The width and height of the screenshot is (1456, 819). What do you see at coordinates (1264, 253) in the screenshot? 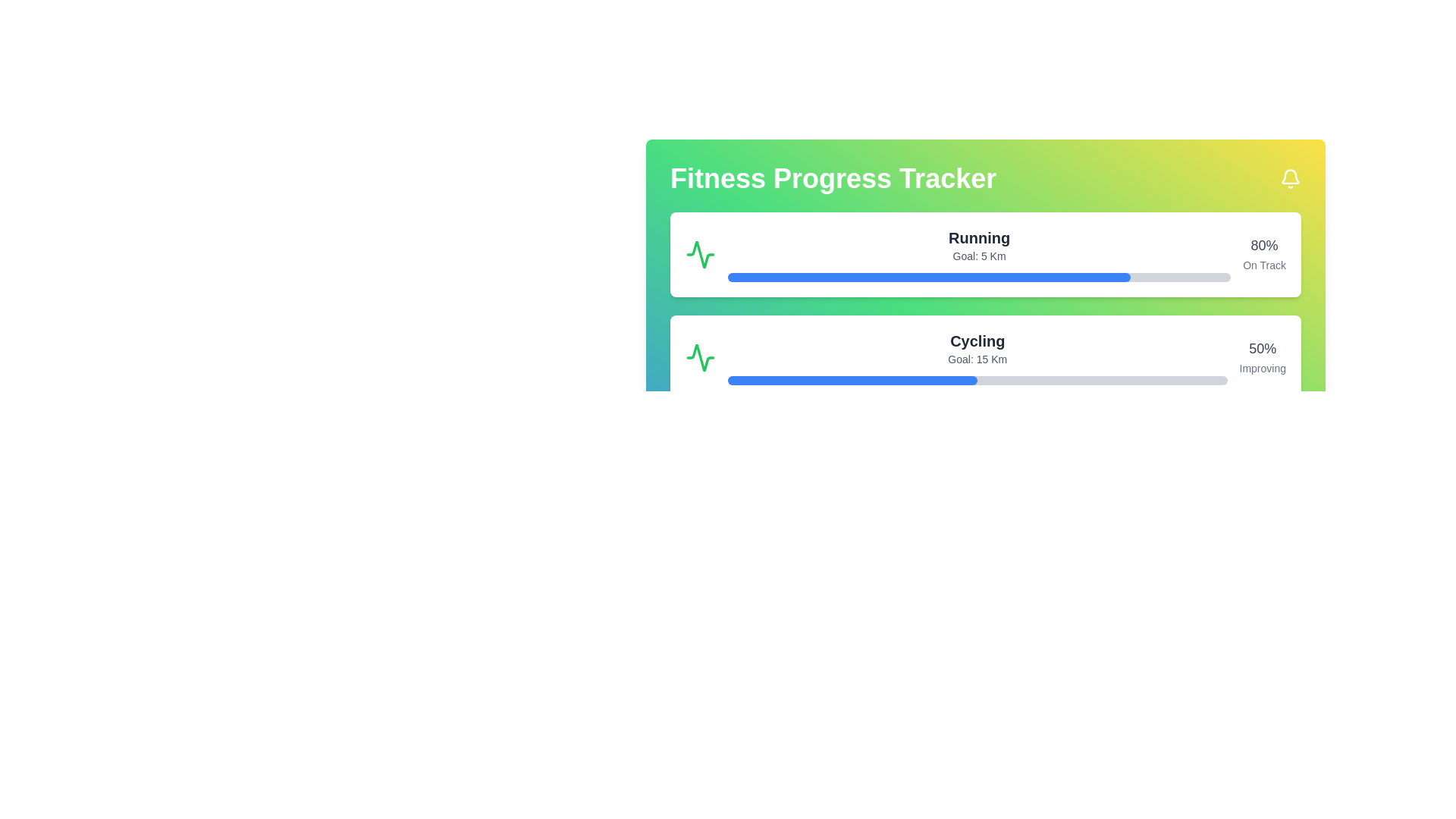
I see `the informative text display element showing '80%' and 'On Track', located on the far right side of the progress tracker for a 'Running' goal` at bounding box center [1264, 253].